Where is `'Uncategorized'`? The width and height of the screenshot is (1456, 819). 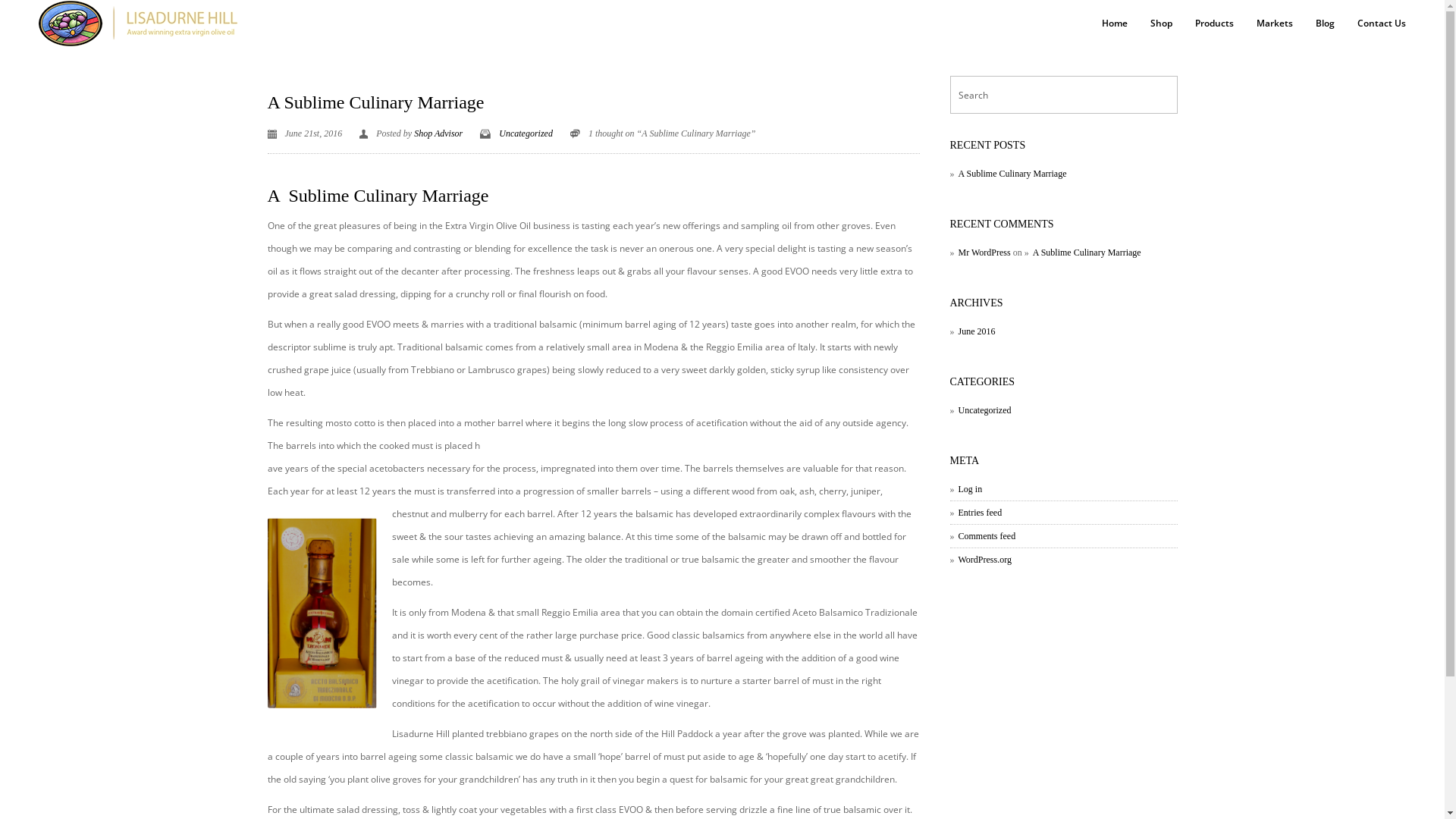 'Uncategorized' is located at coordinates (980, 409).